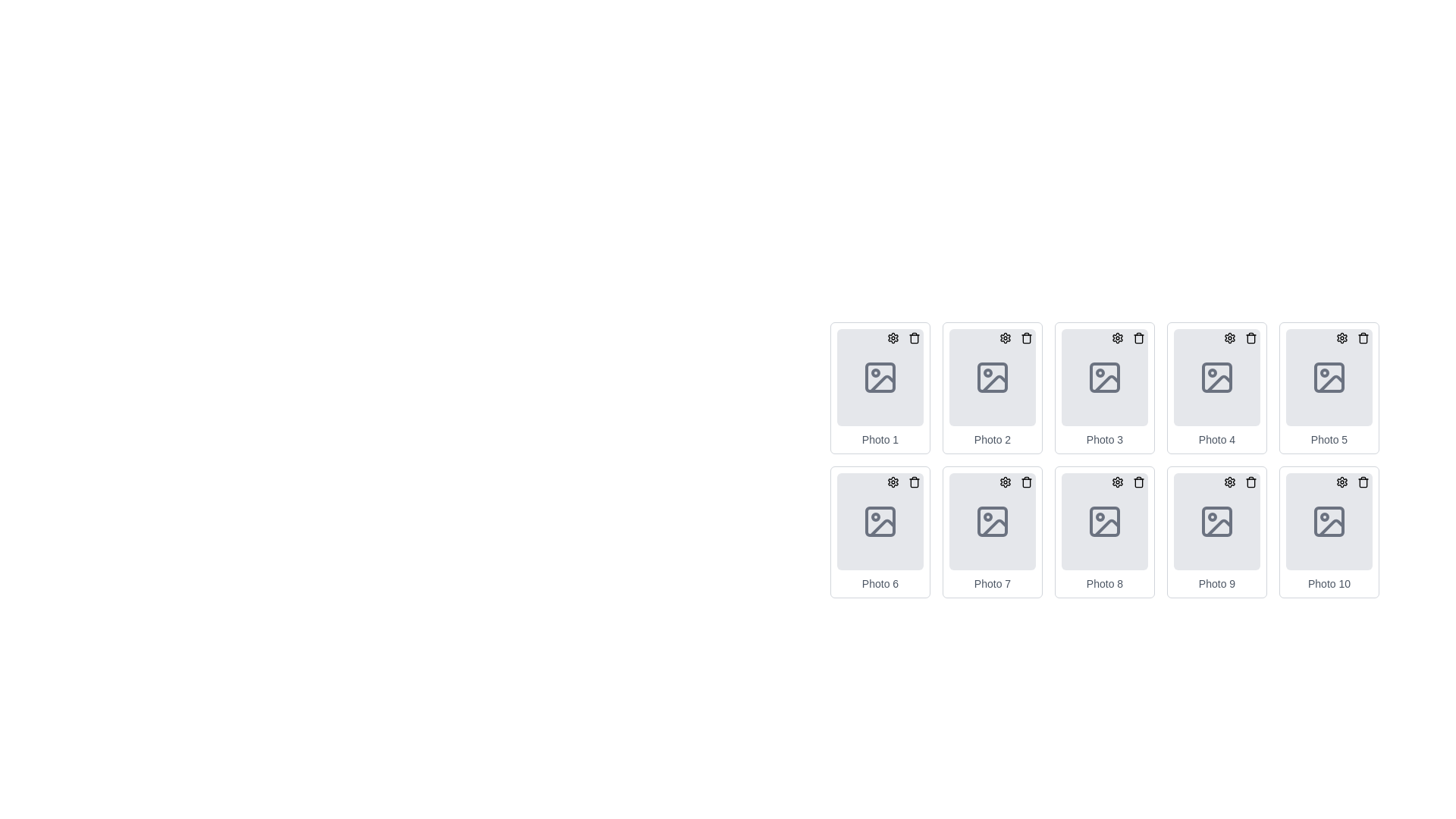 The width and height of the screenshot is (1456, 819). I want to click on the delete icon located at the top-right corner of the second photo item in the grid layout to observe any hover state changes, so click(1026, 337).